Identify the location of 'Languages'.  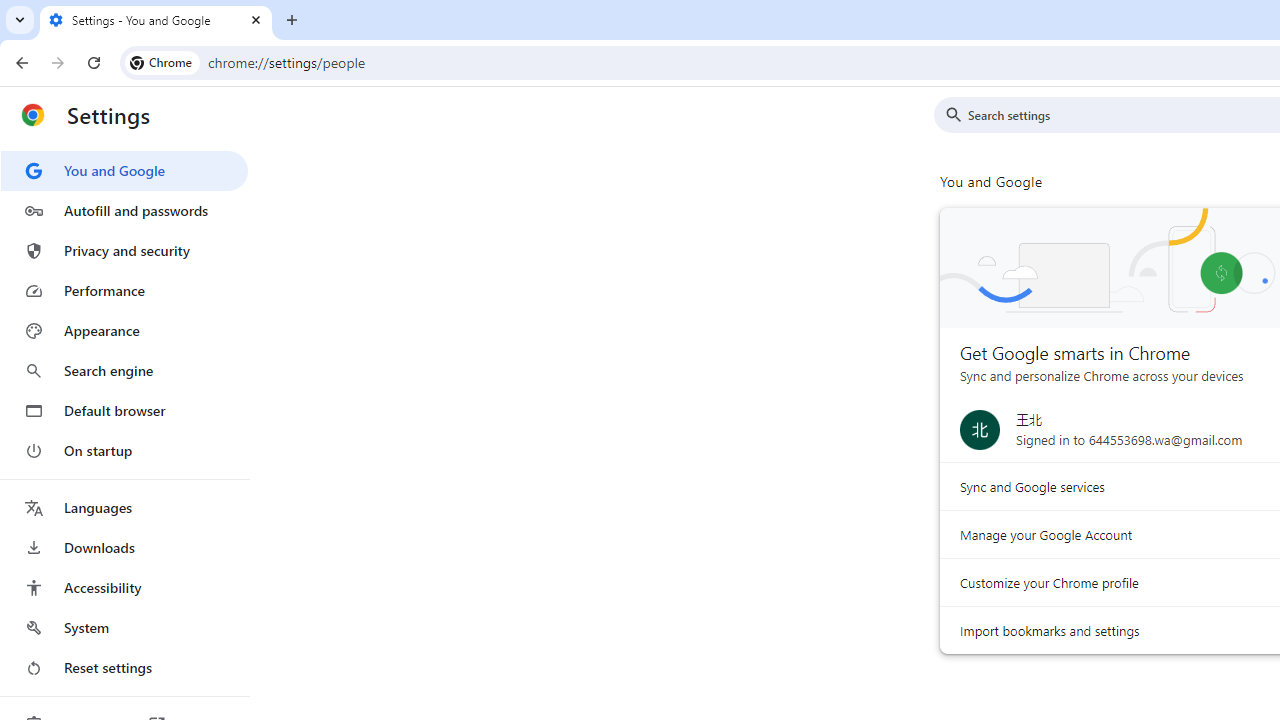
(123, 506).